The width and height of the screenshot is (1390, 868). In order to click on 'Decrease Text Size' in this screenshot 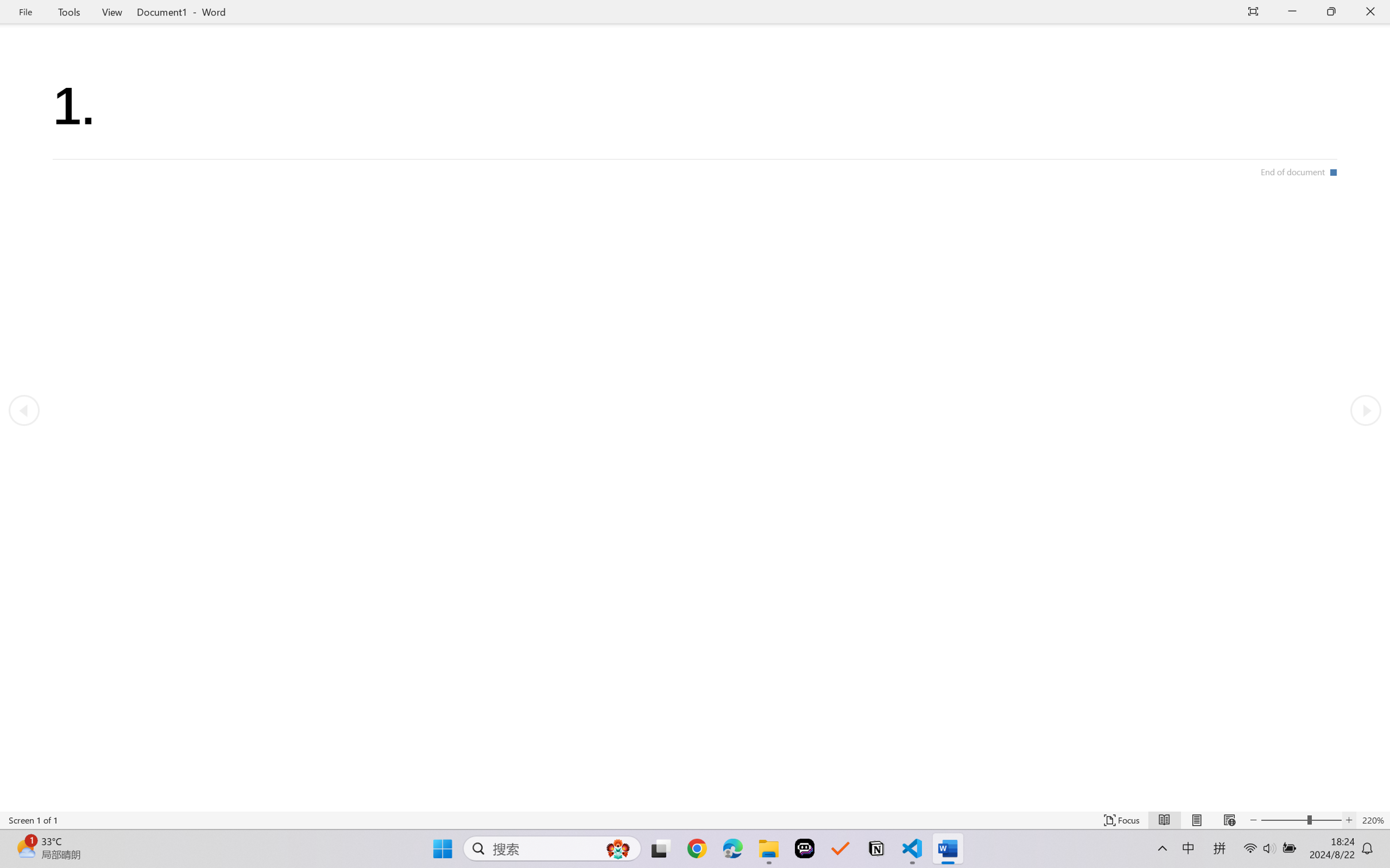, I will do `click(1253, 820)`.